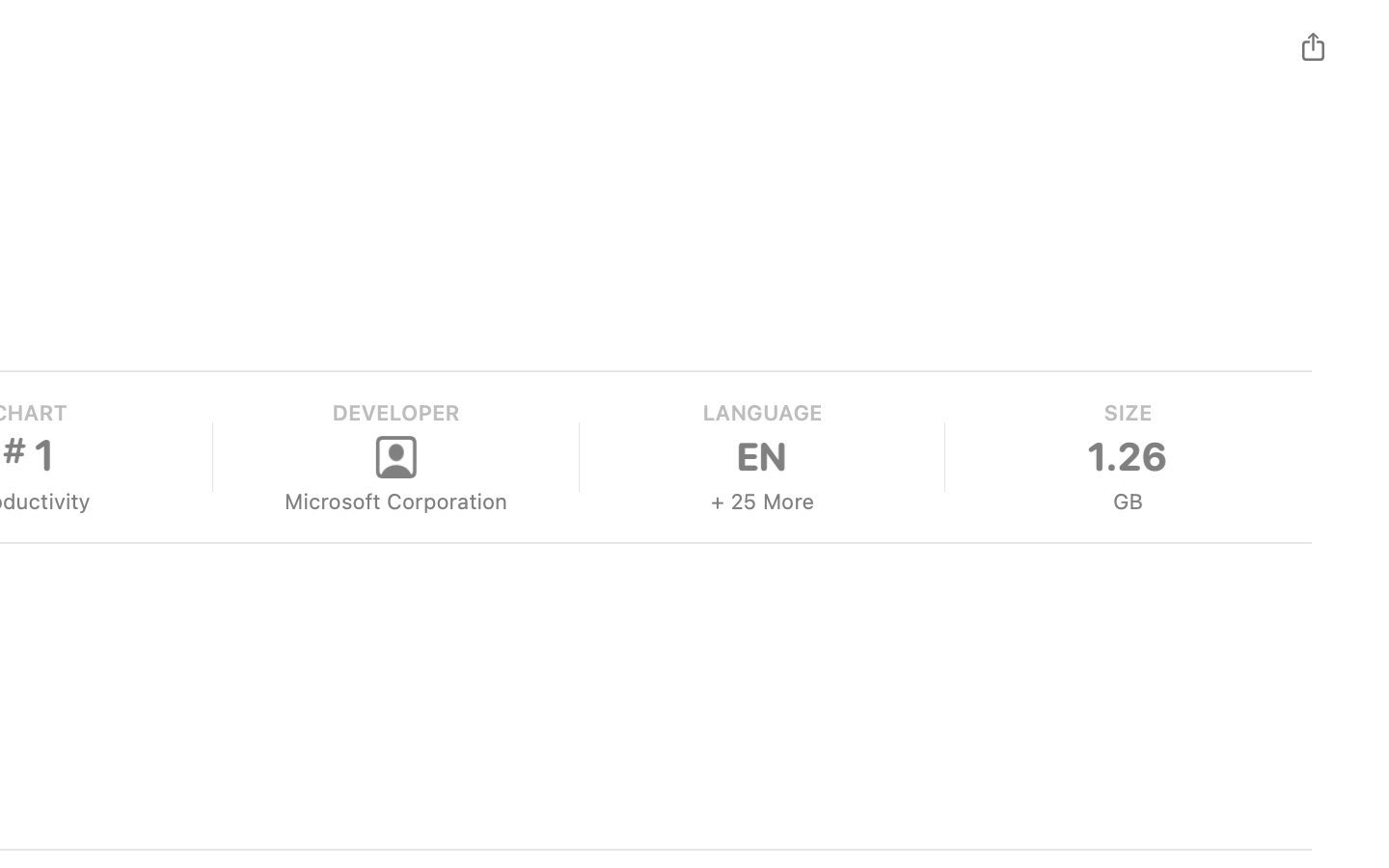 The image size is (1389, 868). What do you see at coordinates (393, 413) in the screenshot?
I see `'DEVELOPER'` at bounding box center [393, 413].